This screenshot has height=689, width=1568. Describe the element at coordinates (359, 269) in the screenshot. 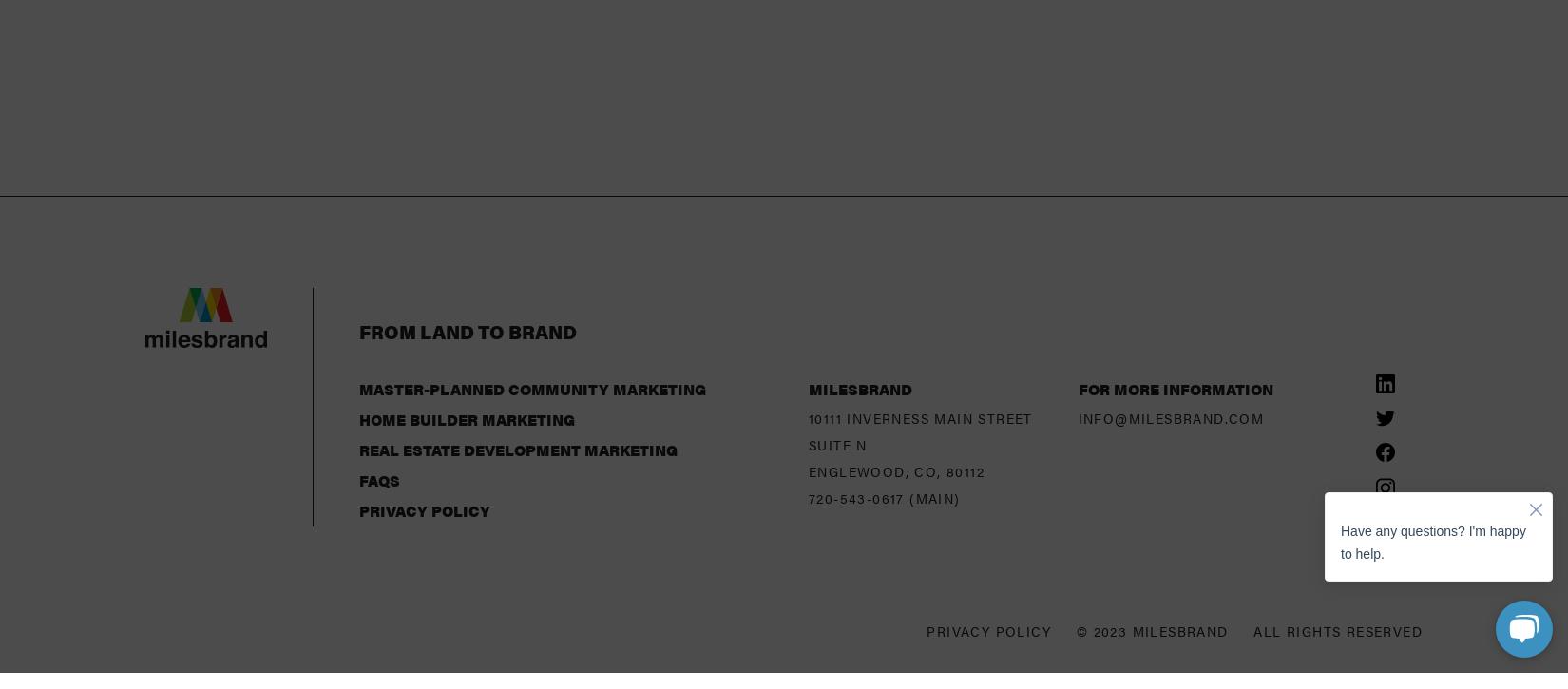

I see `'Home Builder Marketing'` at that location.